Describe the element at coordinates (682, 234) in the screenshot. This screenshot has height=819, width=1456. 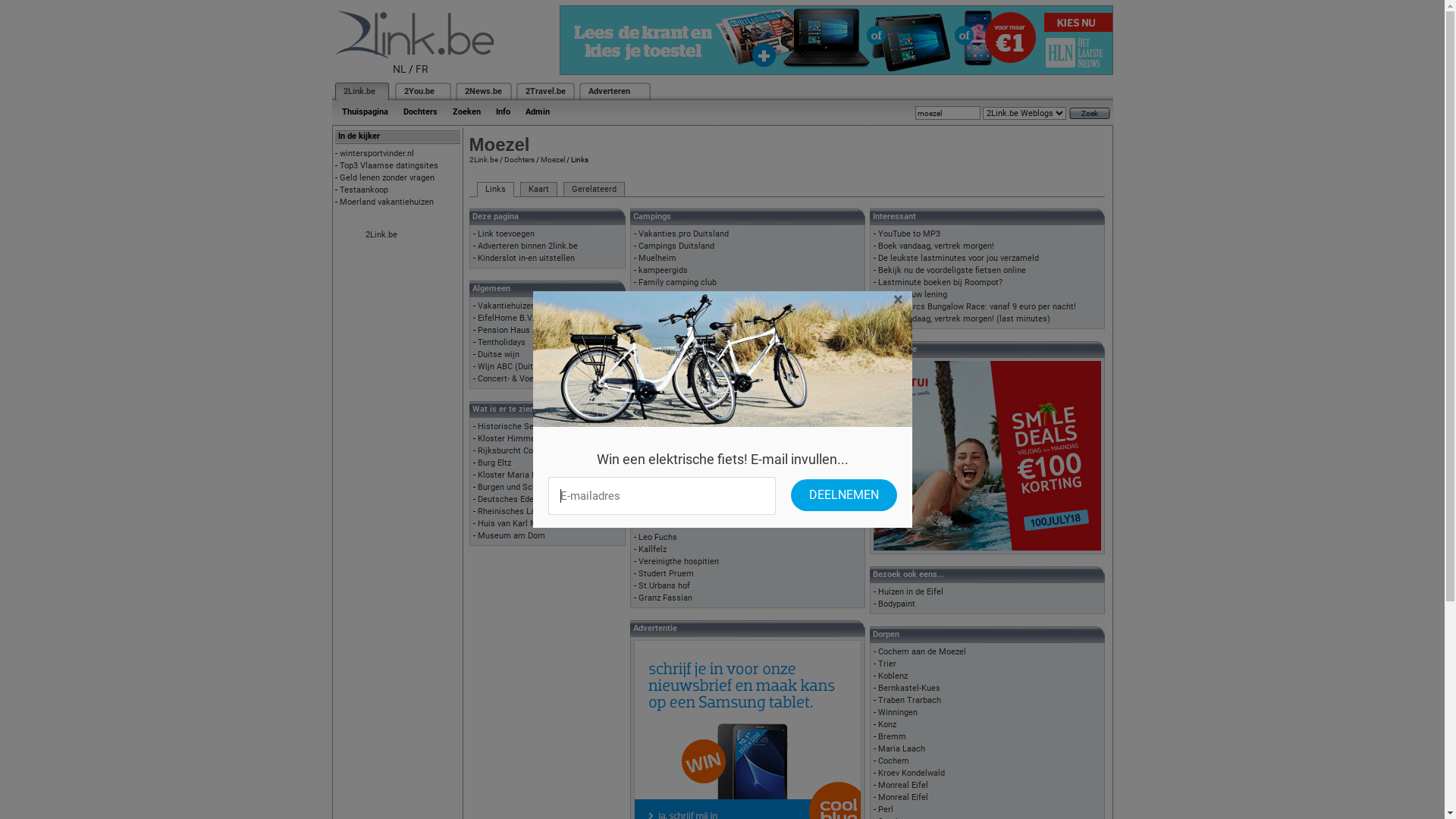
I see `'Vakanties.pro Duitsland'` at that location.